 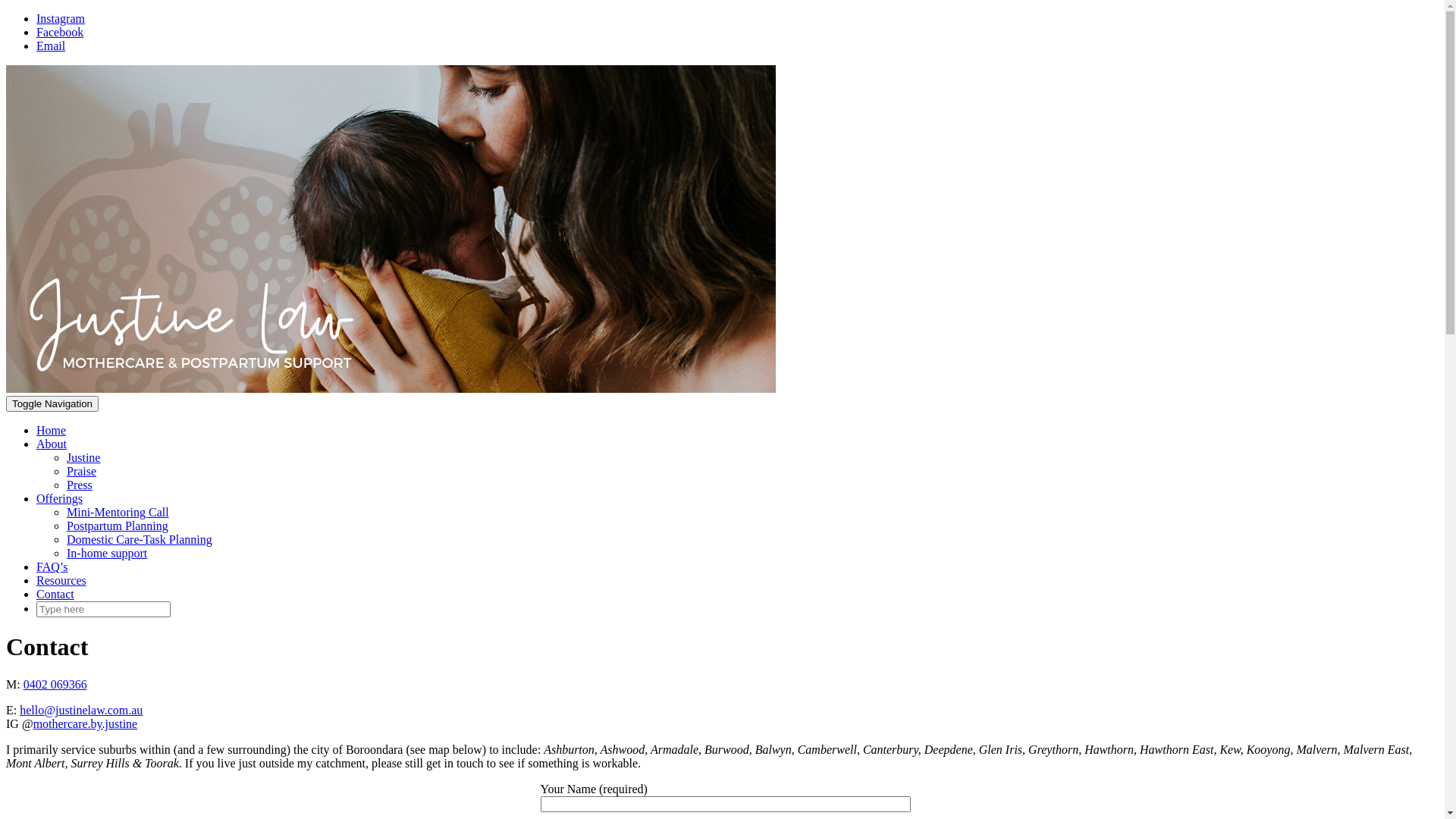 I want to click on 'Praise', so click(x=80, y=470).